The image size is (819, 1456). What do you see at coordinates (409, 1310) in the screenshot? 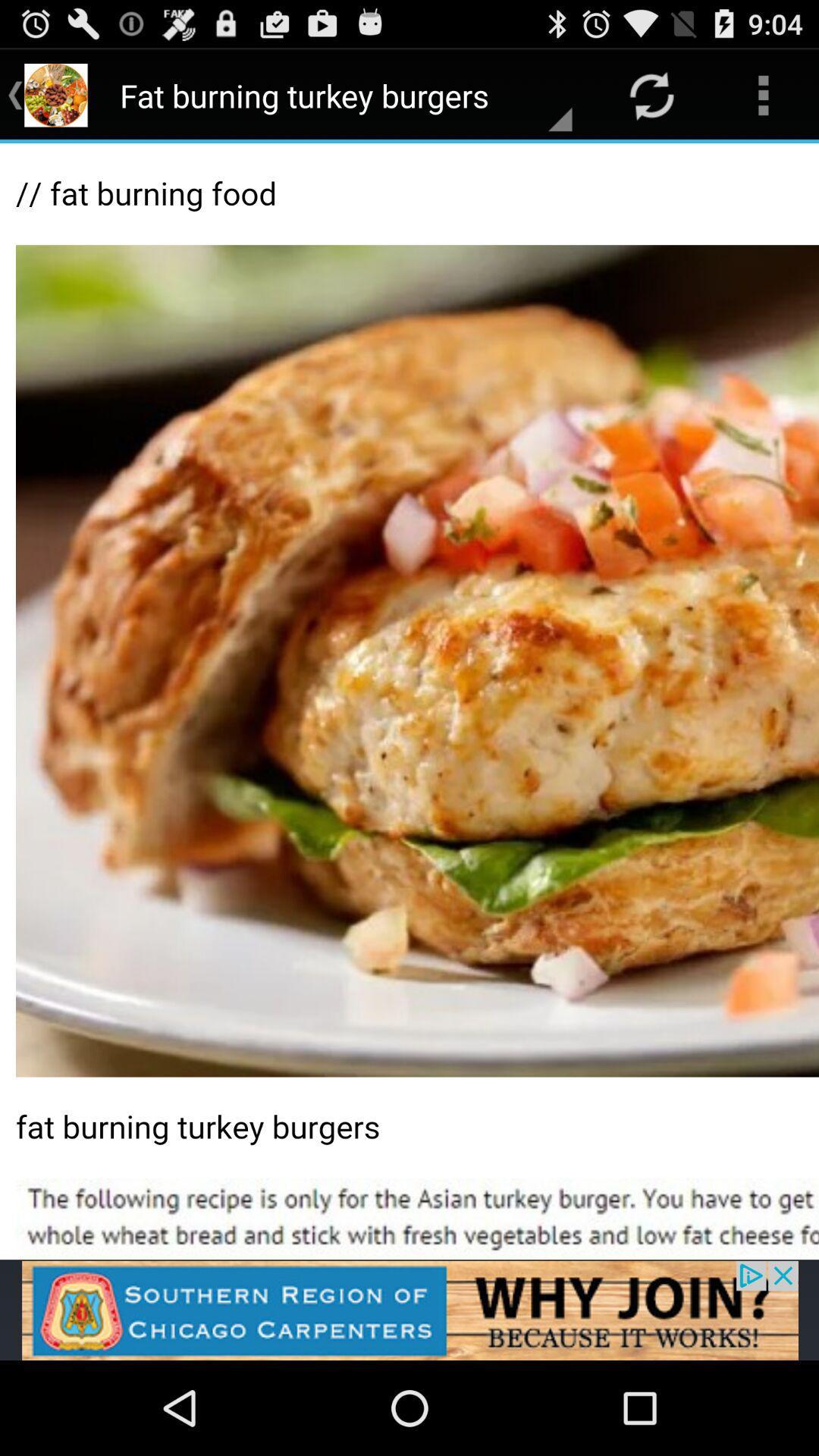
I see `open advertisement` at bounding box center [409, 1310].